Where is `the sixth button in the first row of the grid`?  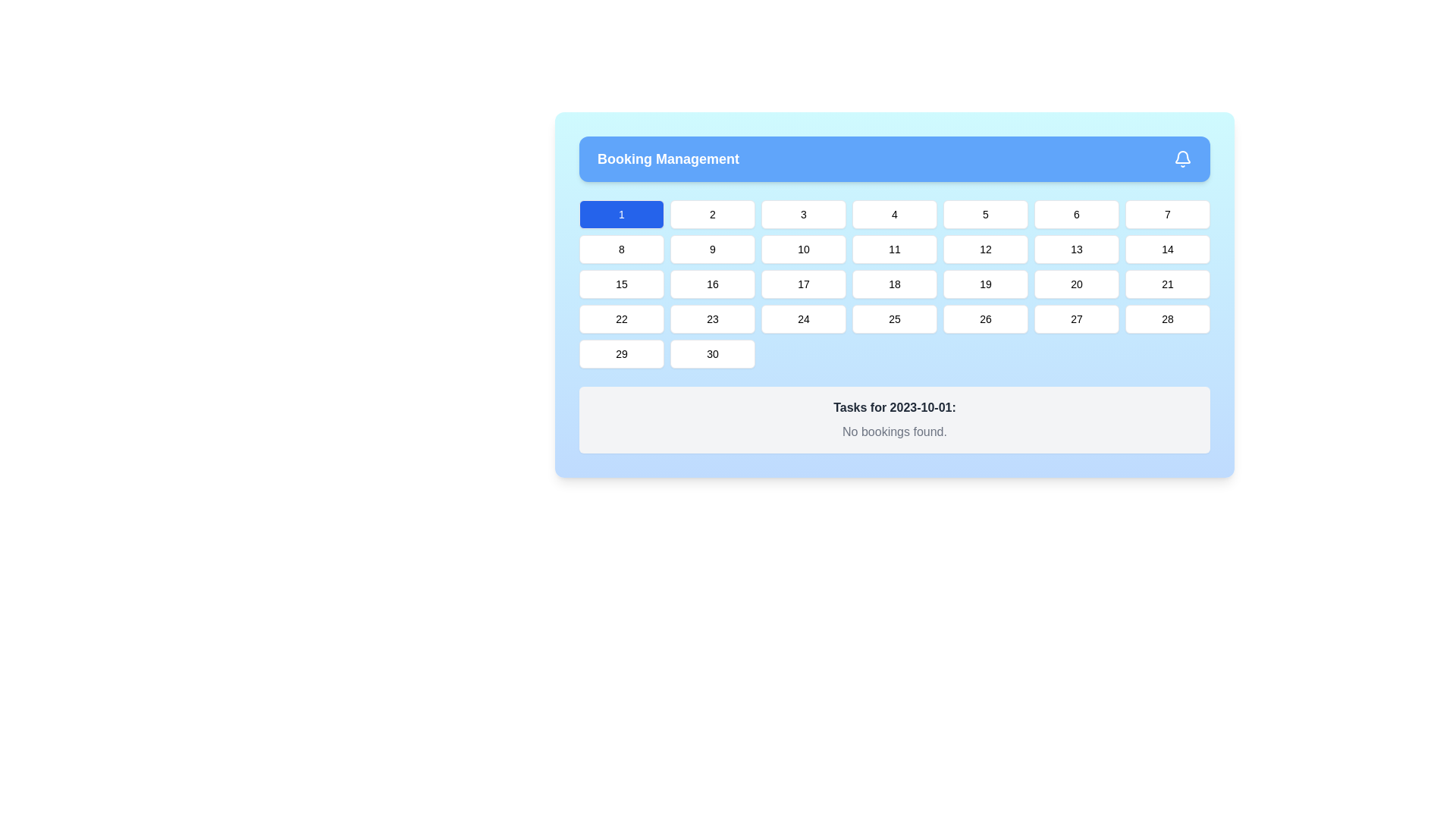 the sixth button in the first row of the grid is located at coordinates (1076, 214).